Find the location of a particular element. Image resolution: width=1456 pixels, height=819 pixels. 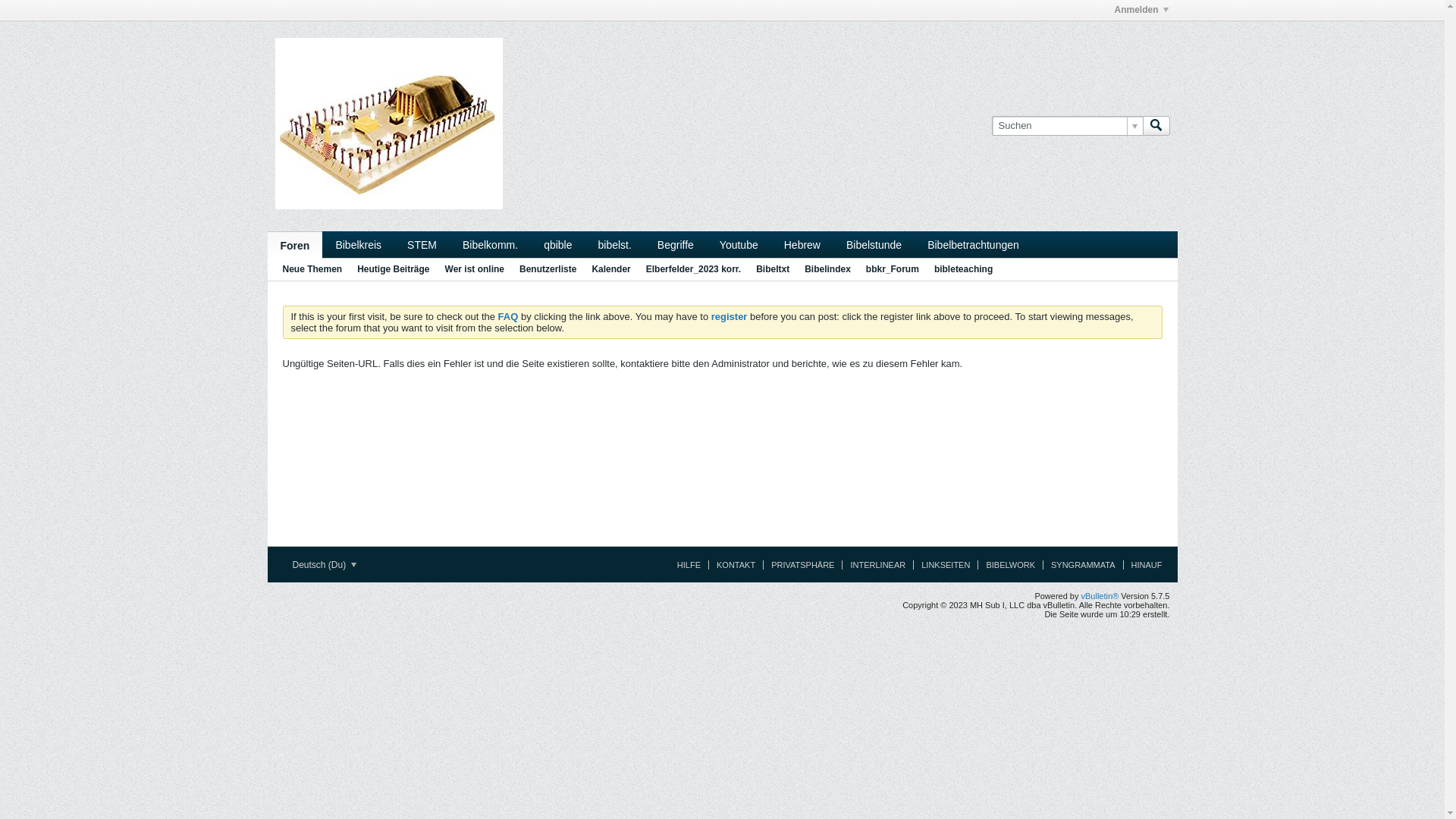

'Bibelkomm.' is located at coordinates (490, 243).